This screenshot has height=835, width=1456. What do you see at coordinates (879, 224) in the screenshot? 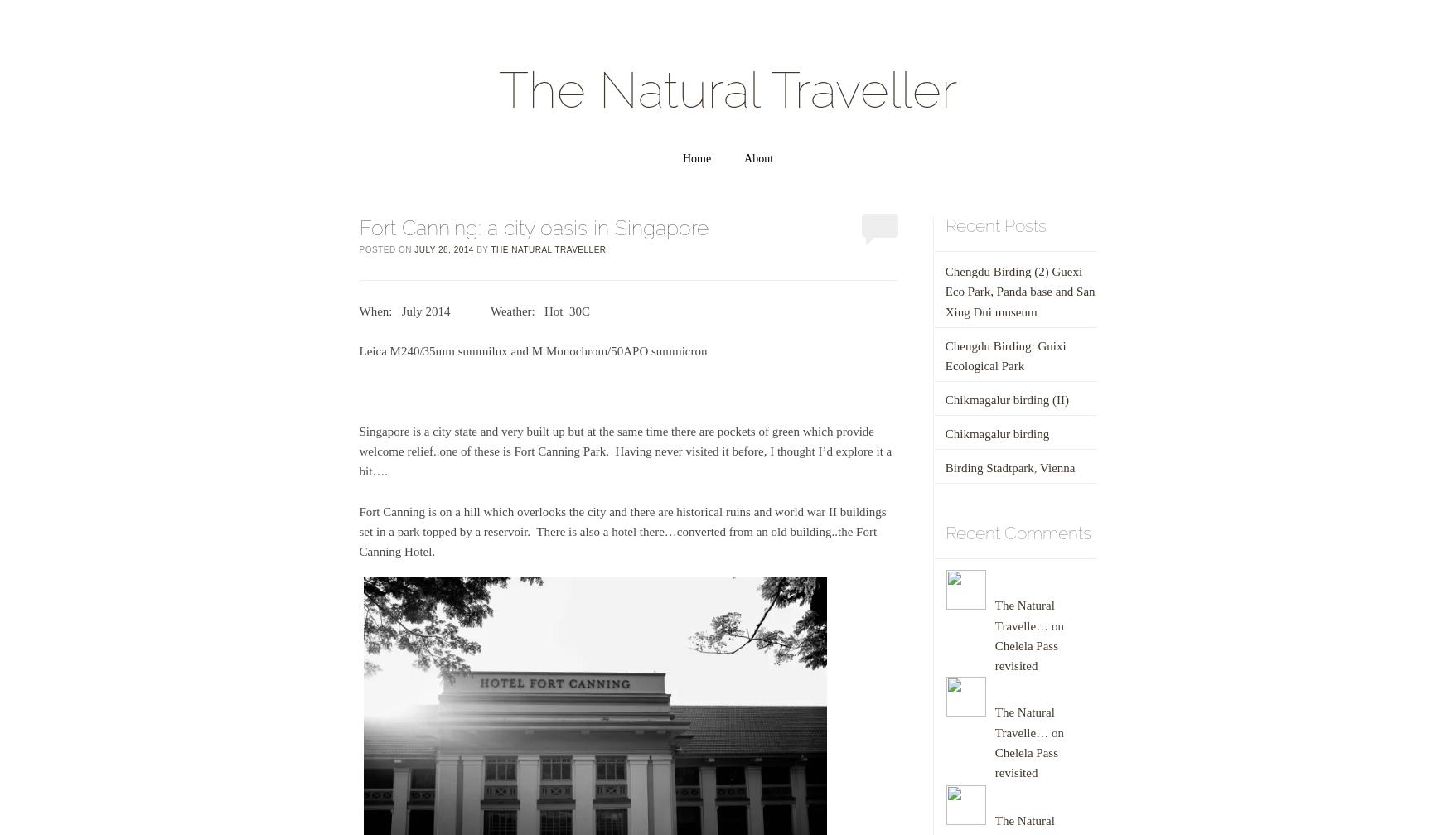
I see `'0'` at bounding box center [879, 224].